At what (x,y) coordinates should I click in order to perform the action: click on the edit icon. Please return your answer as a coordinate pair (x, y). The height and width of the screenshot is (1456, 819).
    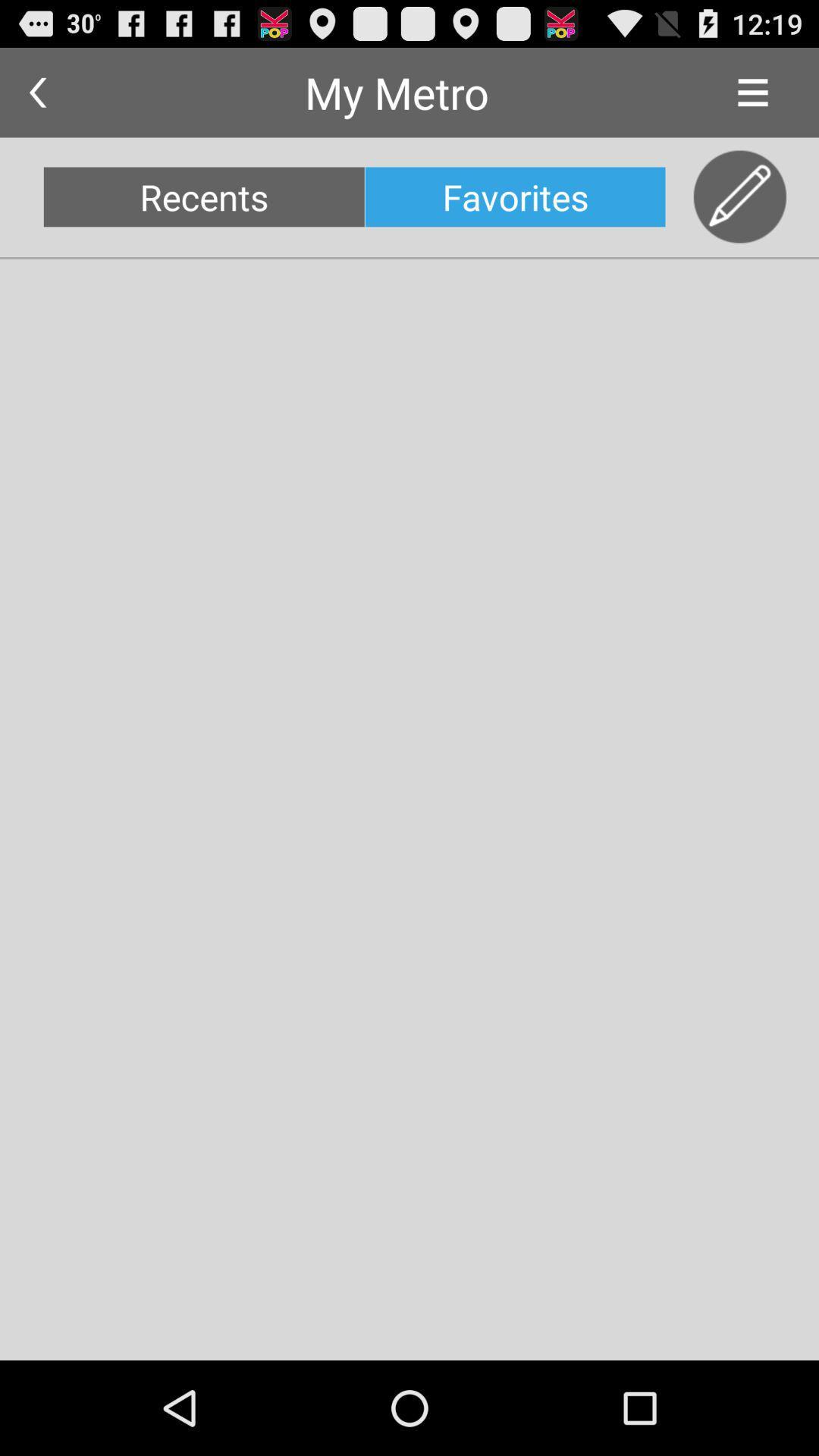
    Looking at the image, I should click on (739, 210).